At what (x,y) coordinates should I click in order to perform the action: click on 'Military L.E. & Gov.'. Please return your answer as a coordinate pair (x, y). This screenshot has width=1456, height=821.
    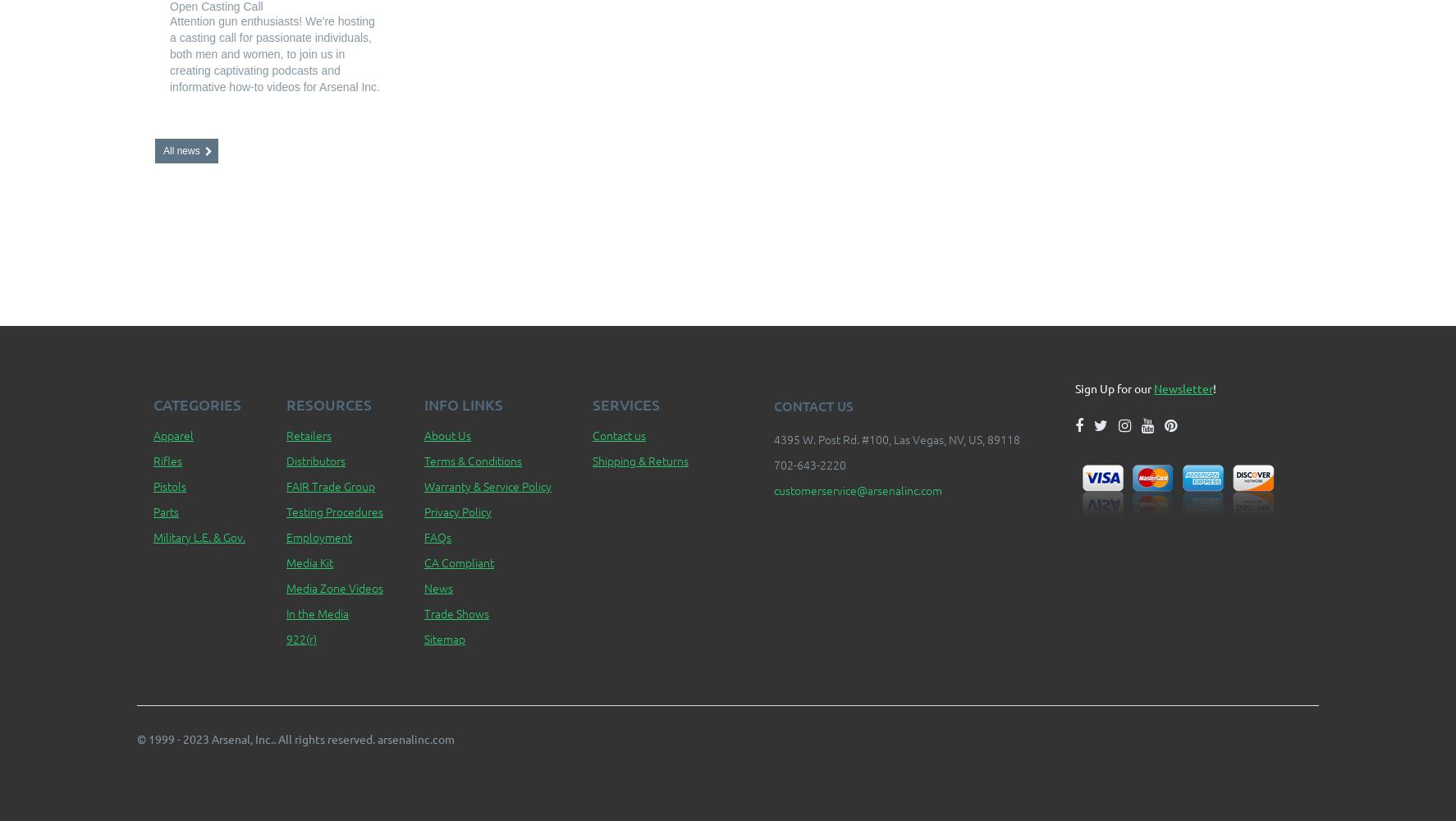
    Looking at the image, I should click on (199, 537).